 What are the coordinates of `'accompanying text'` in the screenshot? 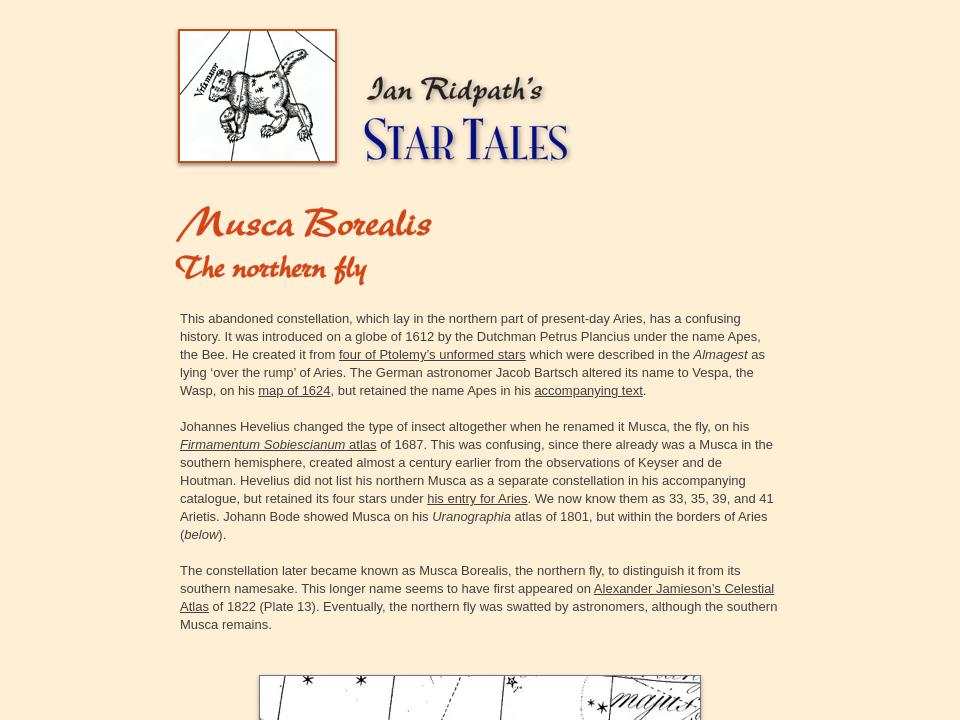 It's located at (588, 390).